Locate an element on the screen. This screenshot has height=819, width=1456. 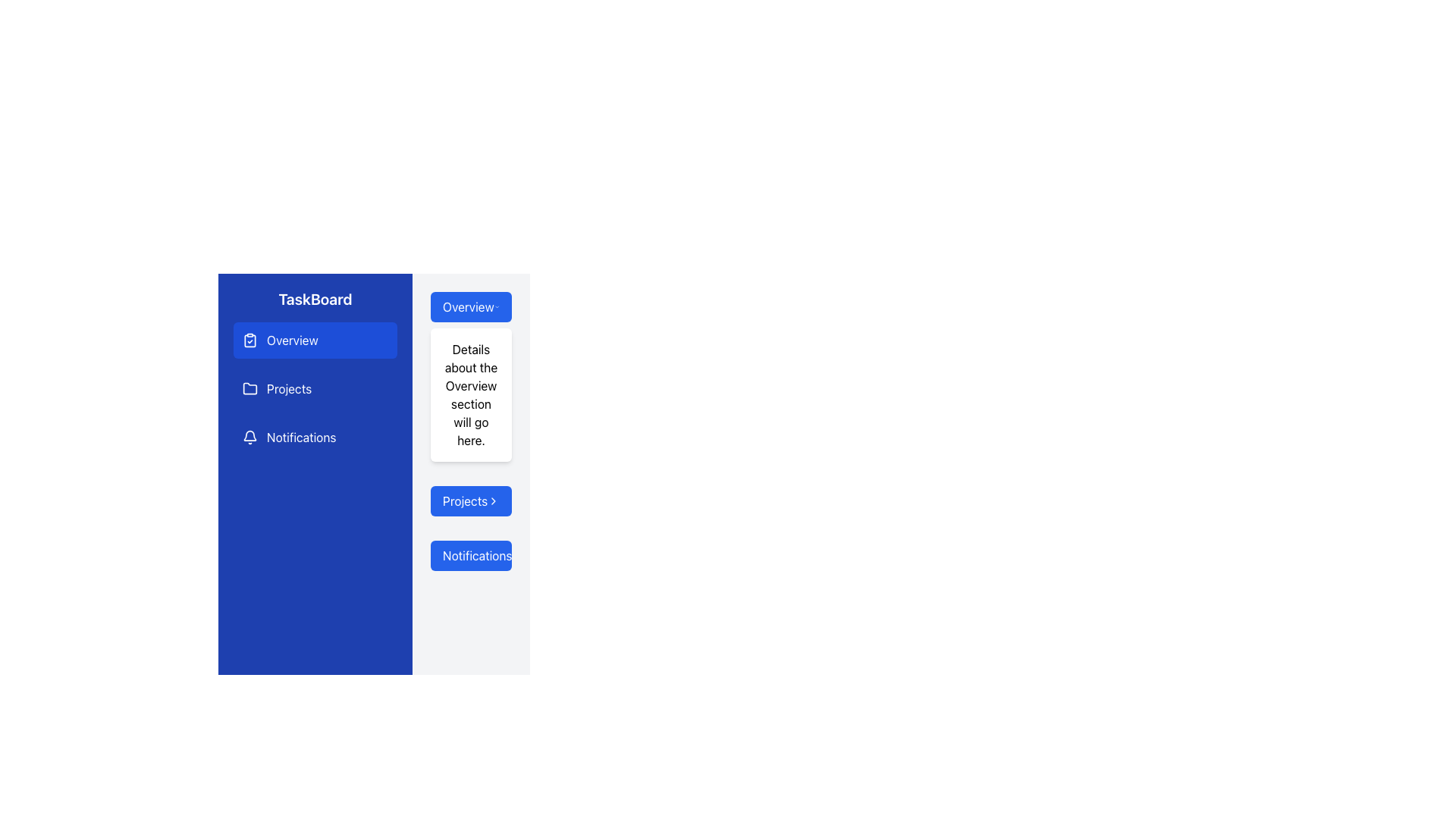
the right-pointing chevron icon with a white outline on a blue background, located to the right of the 'Projects' label is located at coordinates (494, 500).